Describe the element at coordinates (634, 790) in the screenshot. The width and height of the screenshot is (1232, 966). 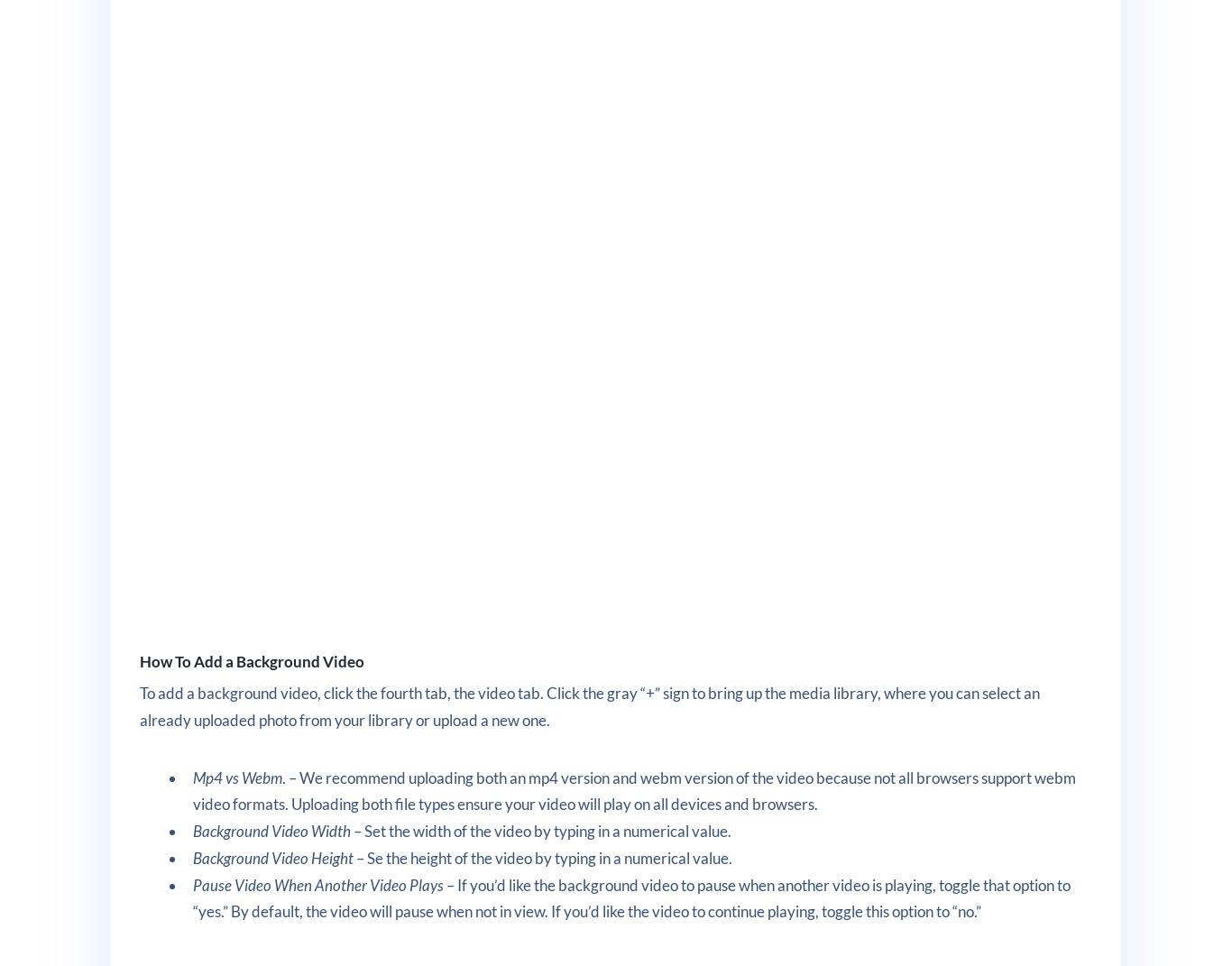
I see `'. – We recommend uploading both an mp4 version and webm version of the video because not all browsers support webm video formats. Uploading both file types ensure your video will play on all devices and browsers.'` at that location.